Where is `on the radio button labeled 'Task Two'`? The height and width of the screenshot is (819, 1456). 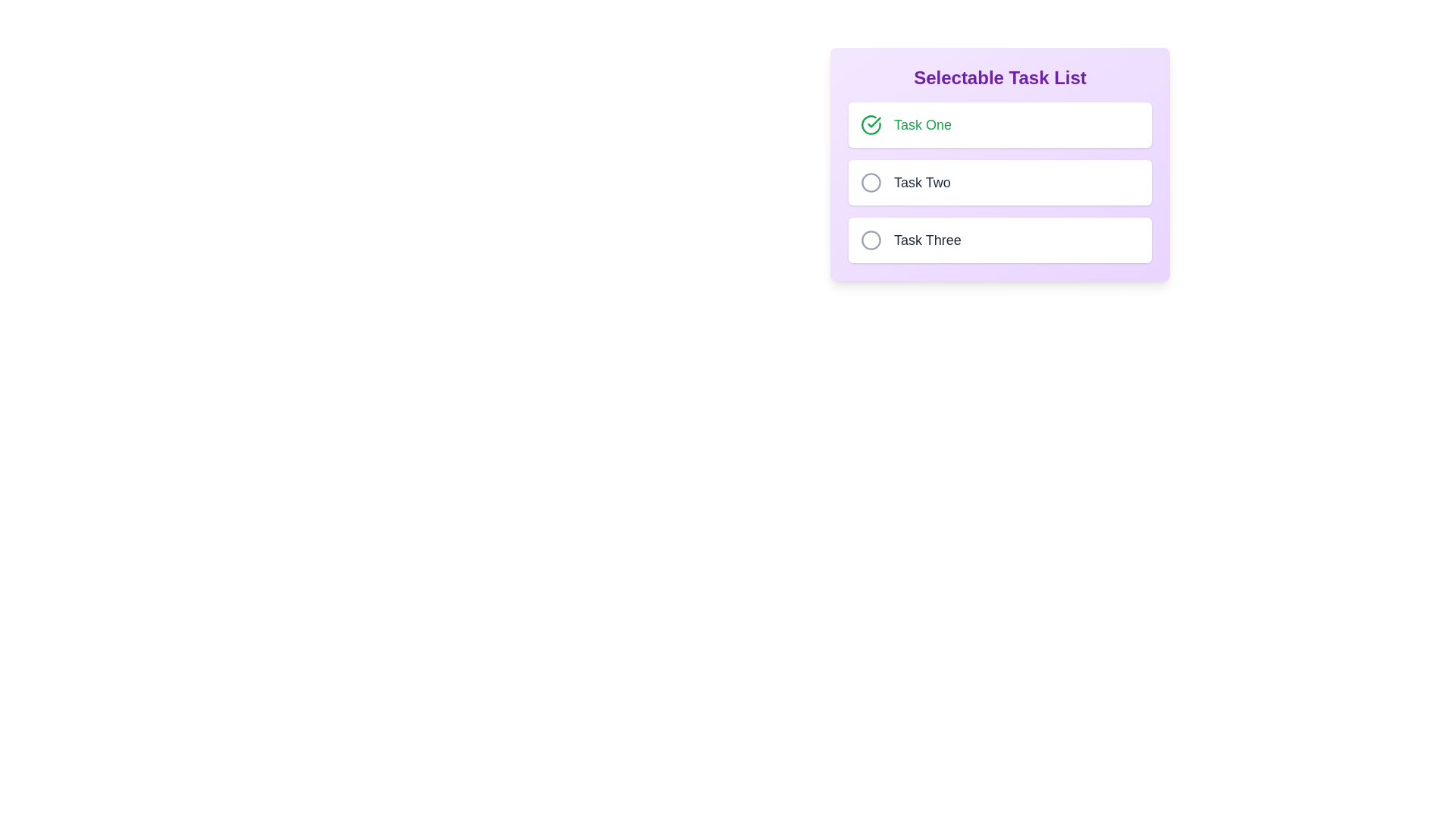
on the radio button labeled 'Task Two' is located at coordinates (871, 181).